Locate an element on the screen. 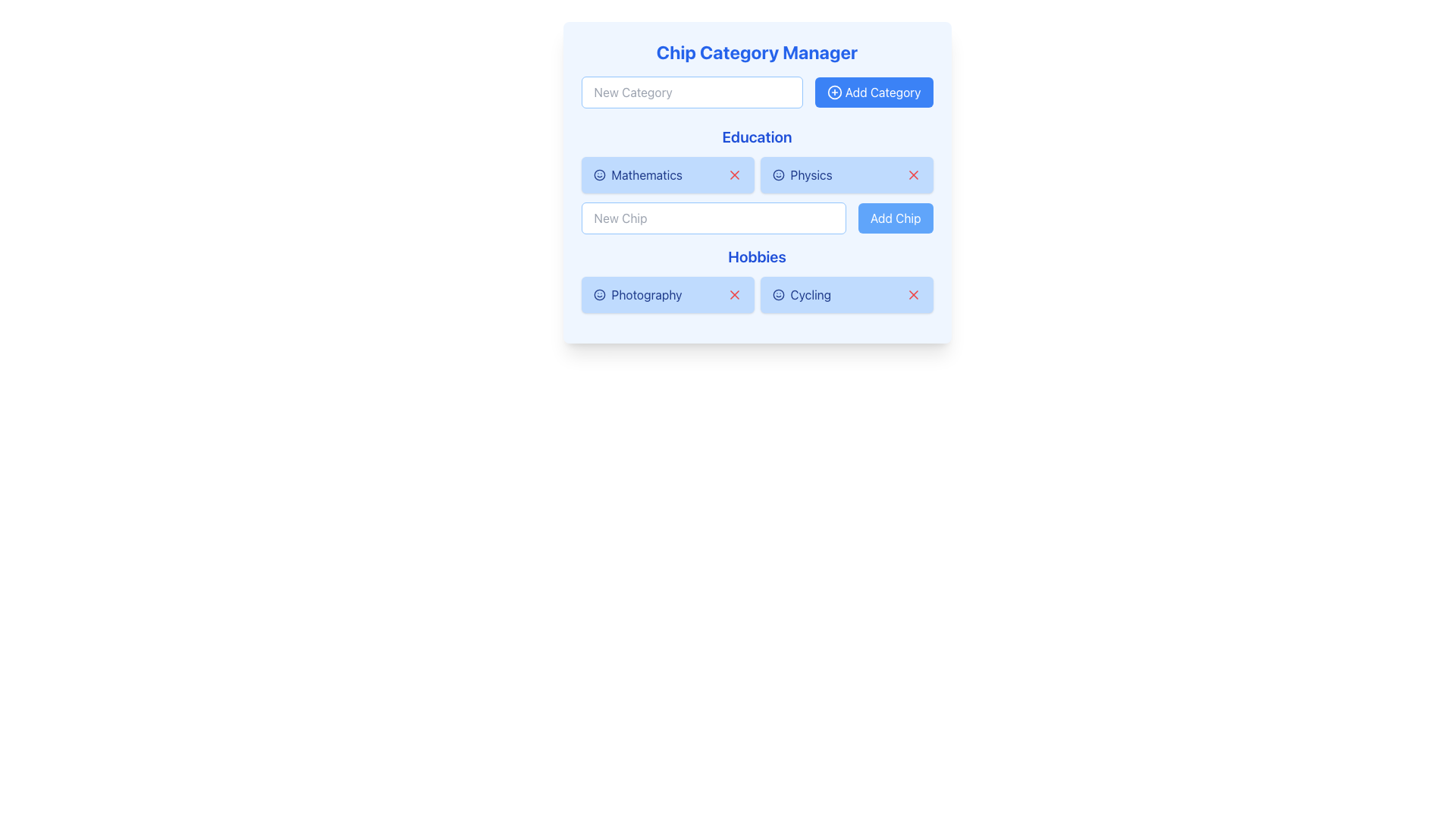  the 'Cycling' interactive chip, which is the second button in the horizontal list under the 'Hobbies' section is located at coordinates (846, 295).